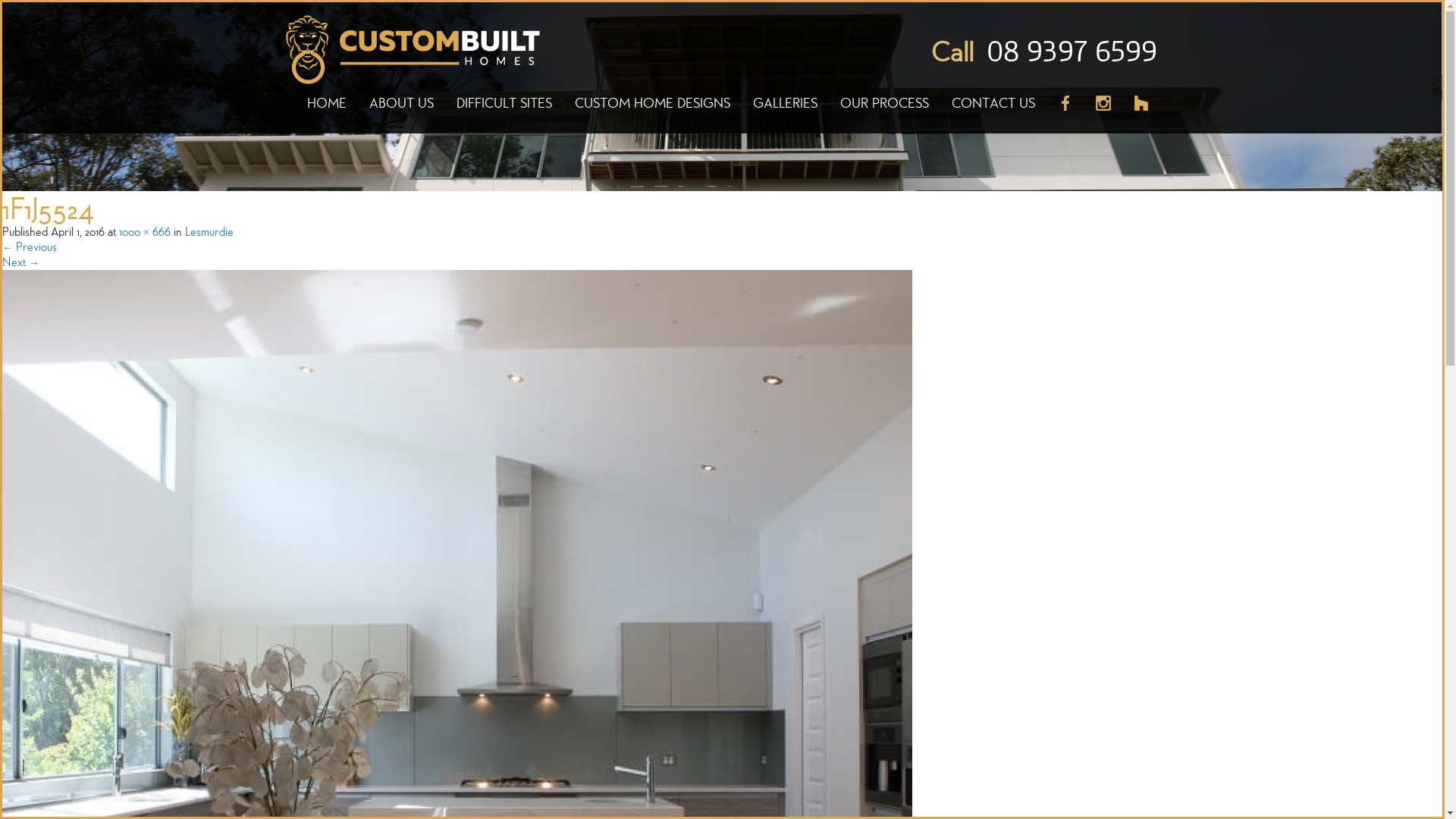 Image resolution: width=1456 pixels, height=819 pixels. What do you see at coordinates (1065, 111) in the screenshot?
I see `'<span class="icon-facebook"></span>'` at bounding box center [1065, 111].